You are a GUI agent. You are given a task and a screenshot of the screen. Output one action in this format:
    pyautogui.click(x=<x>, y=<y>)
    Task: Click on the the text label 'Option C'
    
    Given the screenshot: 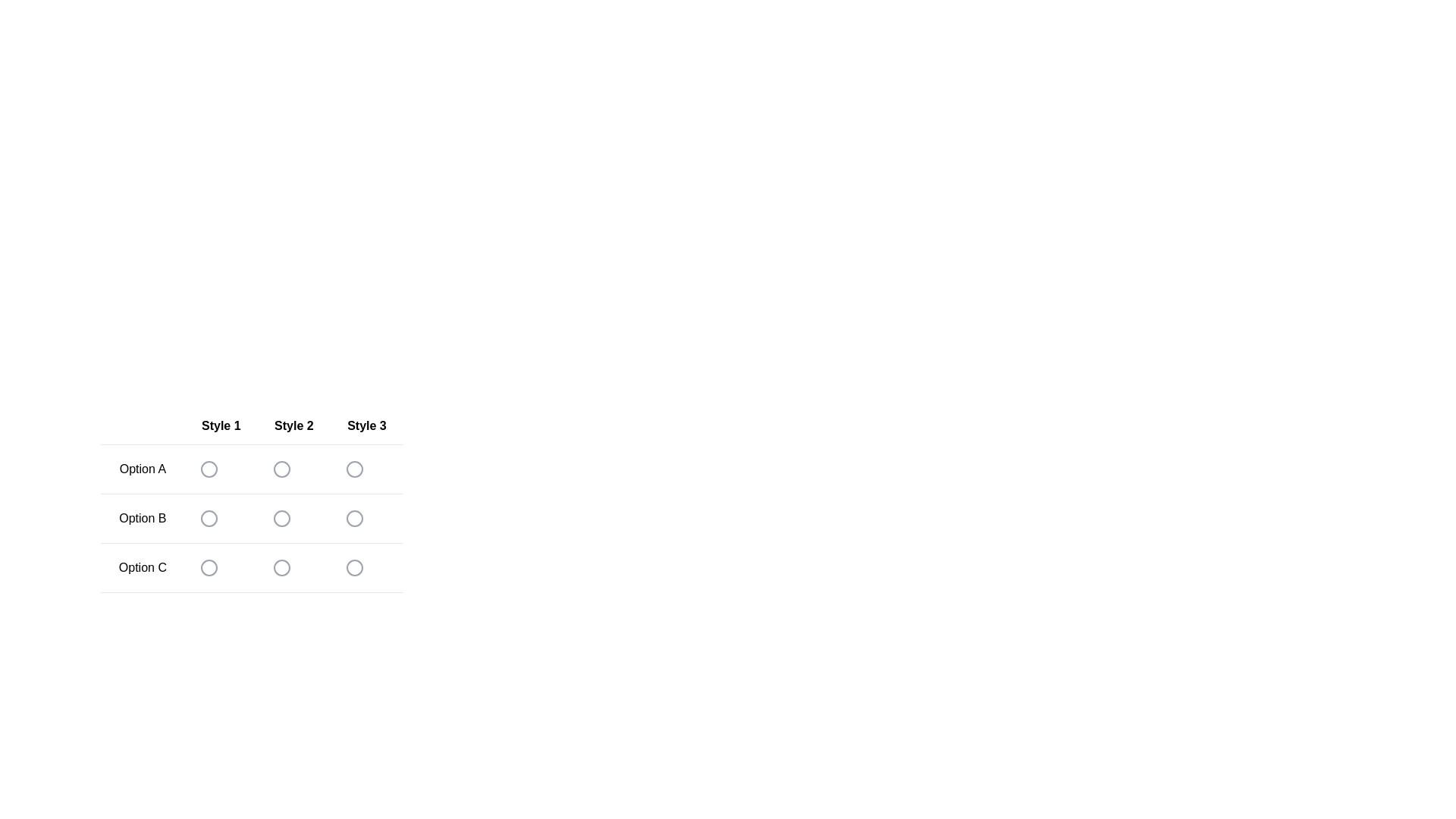 What is the action you would take?
    pyautogui.click(x=252, y=567)
    